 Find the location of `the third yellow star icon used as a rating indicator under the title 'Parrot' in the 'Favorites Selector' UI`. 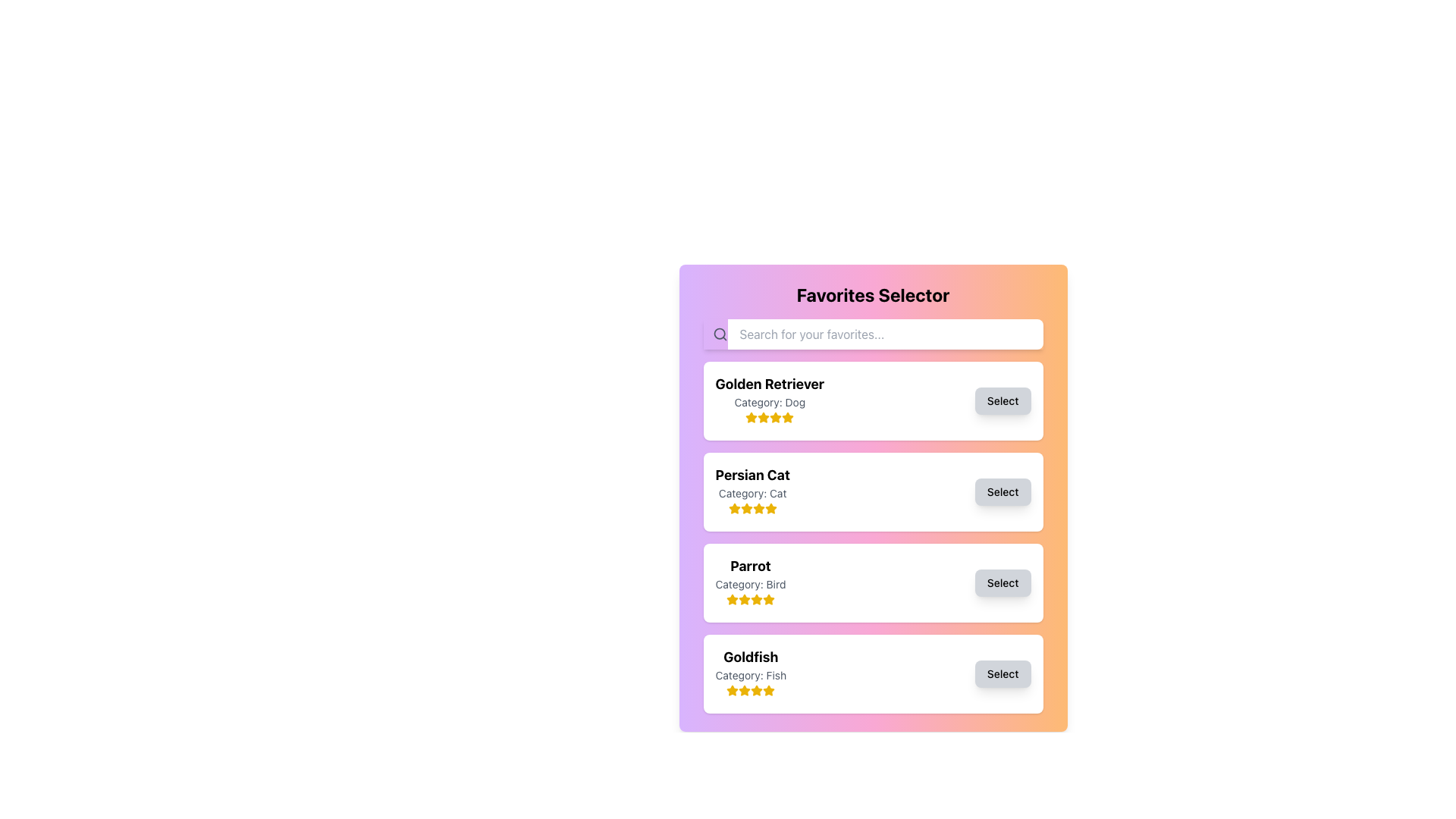

the third yellow star icon used as a rating indicator under the title 'Parrot' in the 'Favorites Selector' UI is located at coordinates (732, 598).